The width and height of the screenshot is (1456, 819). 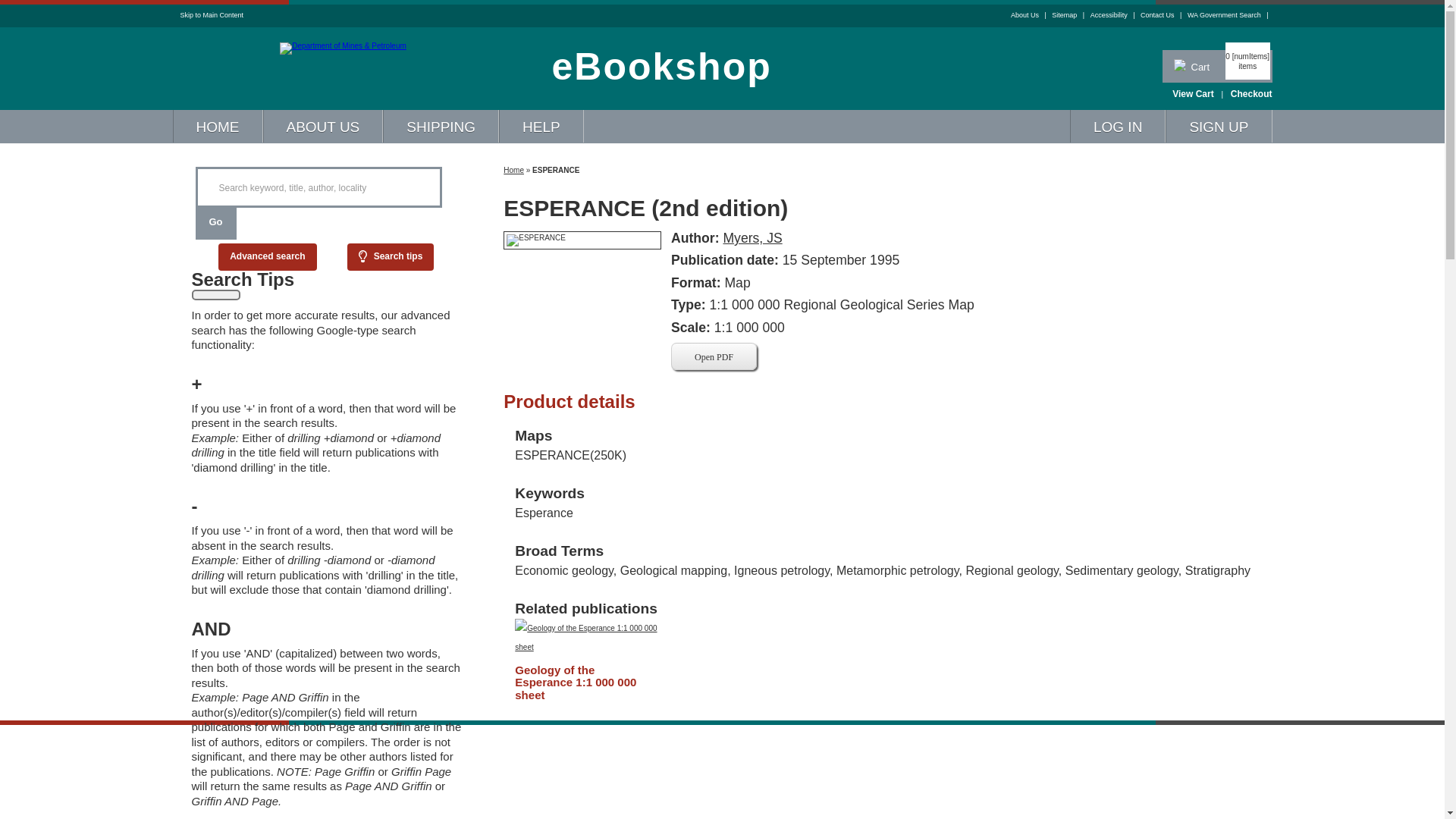 I want to click on 'About Us', so click(x=1011, y=14).